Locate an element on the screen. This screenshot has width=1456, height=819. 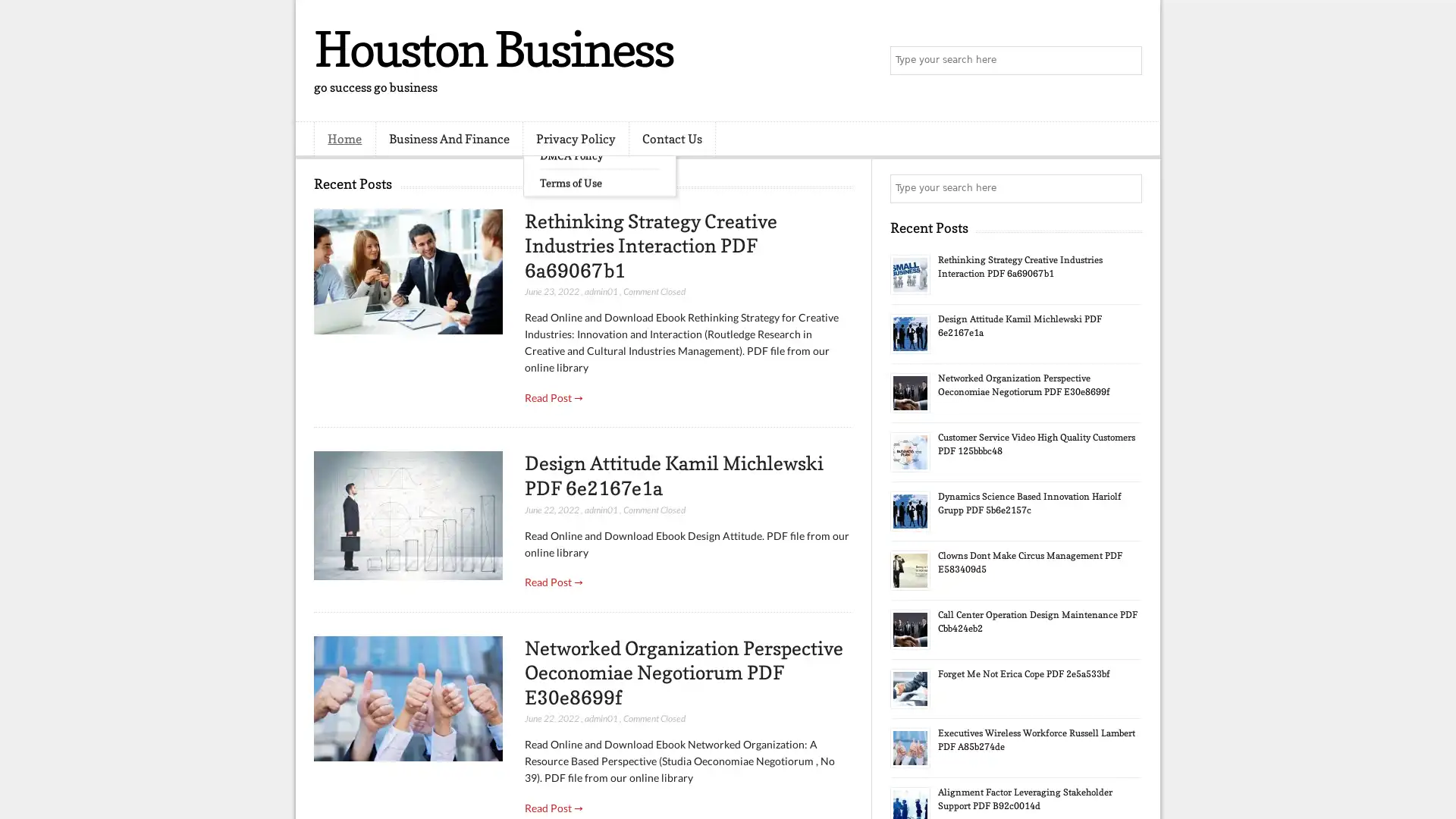
Search is located at coordinates (1126, 188).